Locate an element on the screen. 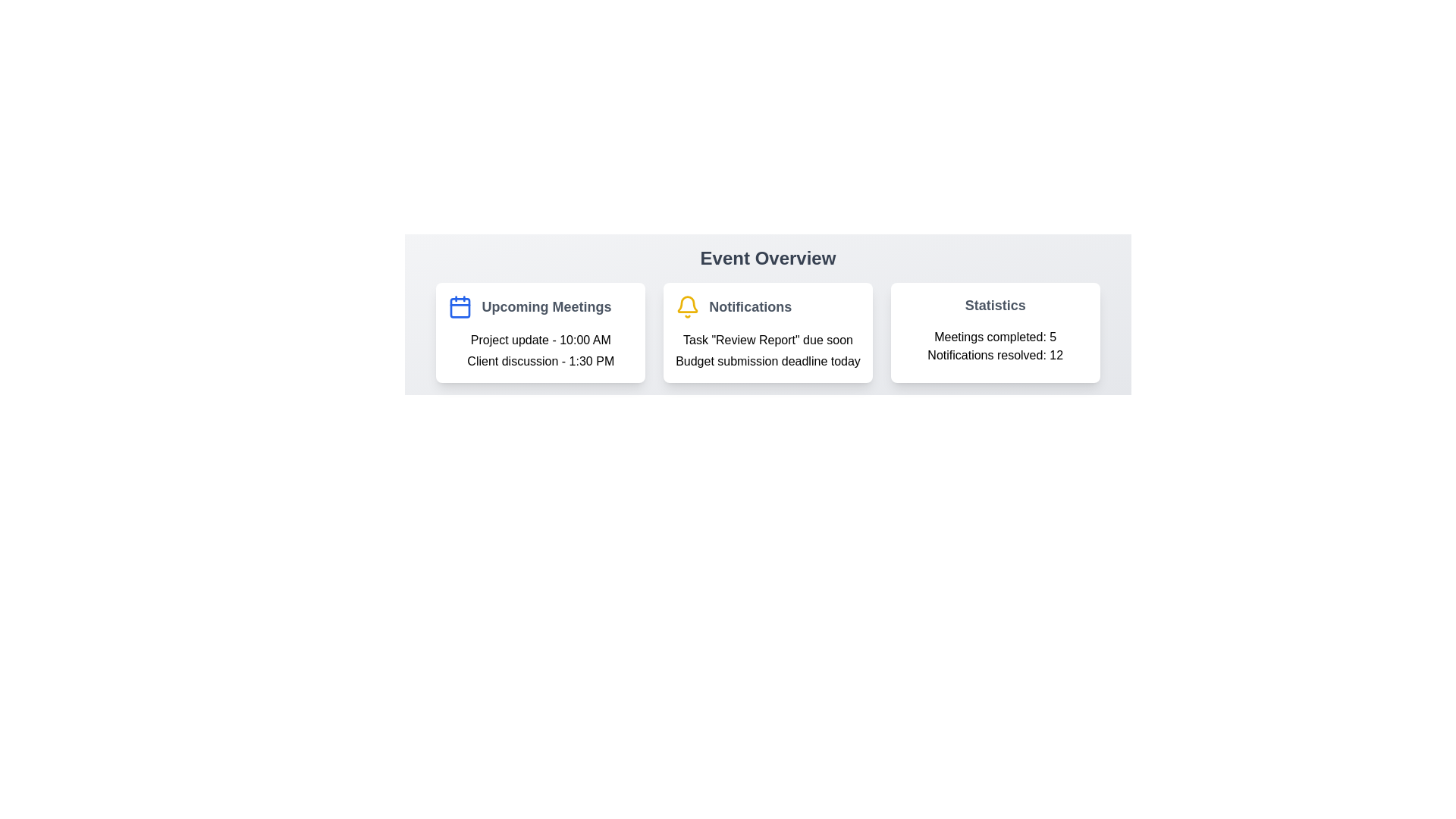 The height and width of the screenshot is (819, 1456). information displayed in the text block that says 'Task "Review Report" due soon,' and 'Budget submission deadline today.' This text block is located within the 'Notifications' card is located at coordinates (767, 350).